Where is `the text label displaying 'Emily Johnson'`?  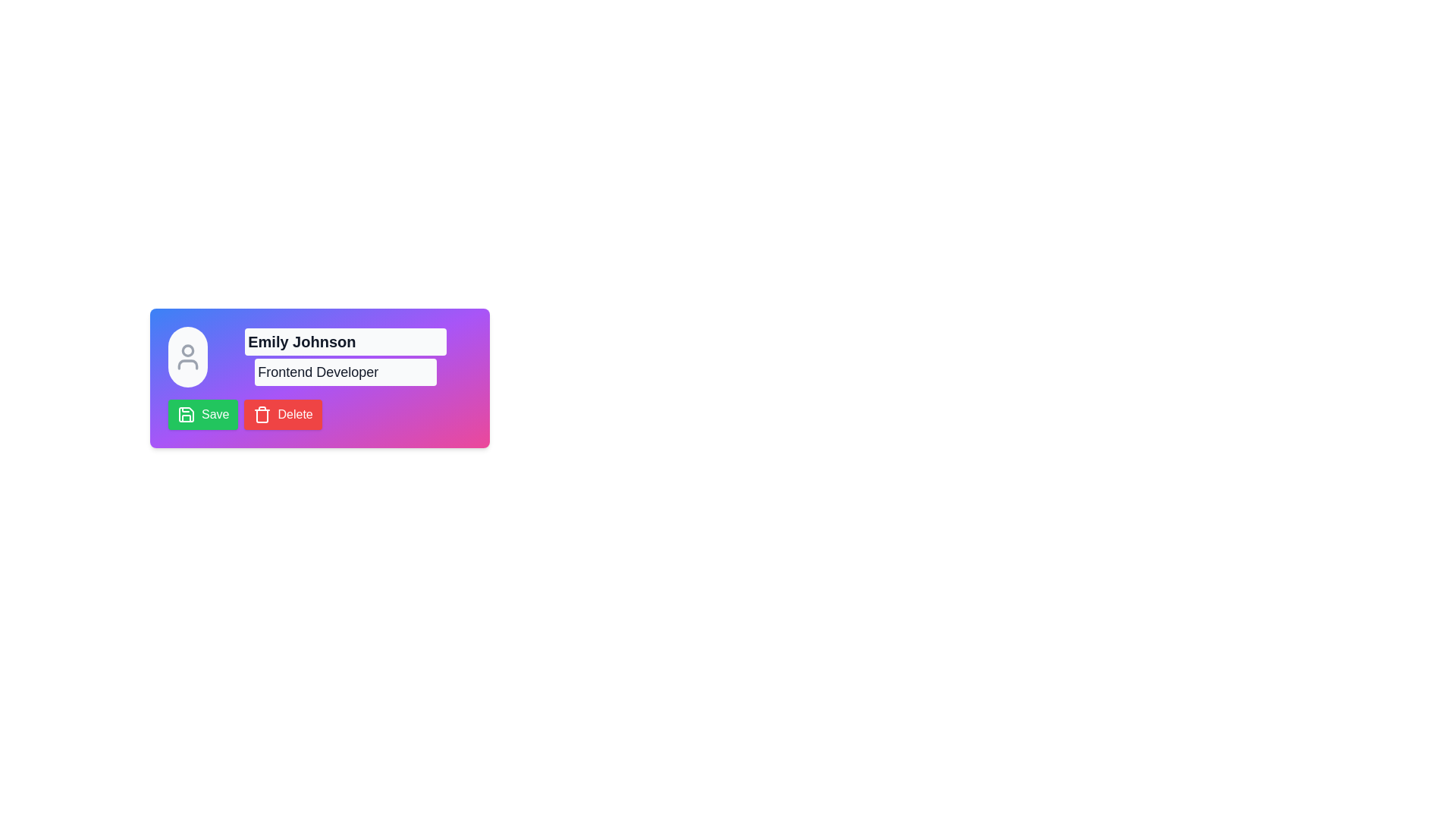 the text label displaying 'Emily Johnson' is located at coordinates (345, 342).